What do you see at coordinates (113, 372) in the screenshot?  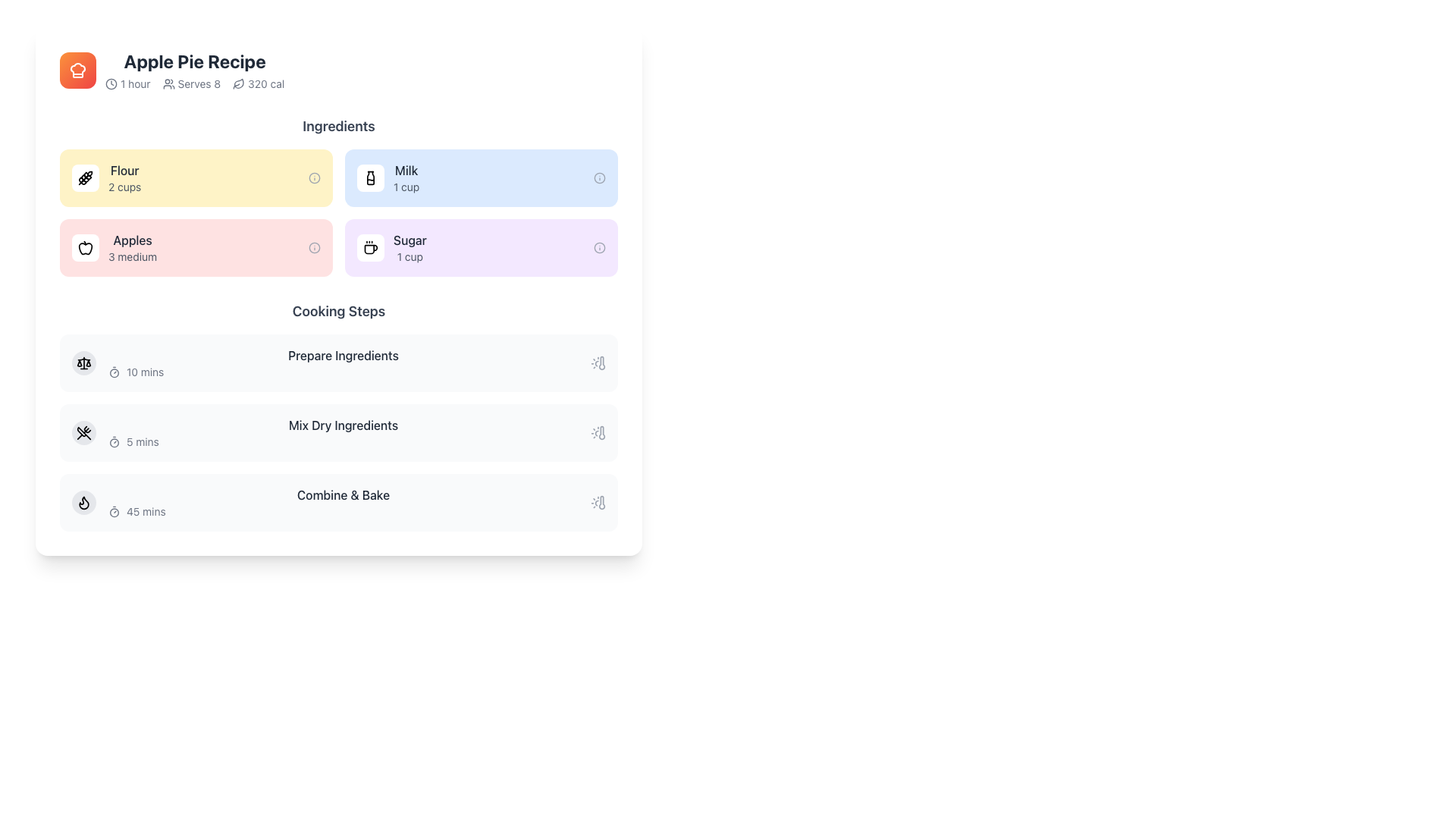 I see `the timer icon located at the top-left corner of the 'Prepare Ingredients' row in the 'Cooking Steps' section` at bounding box center [113, 372].